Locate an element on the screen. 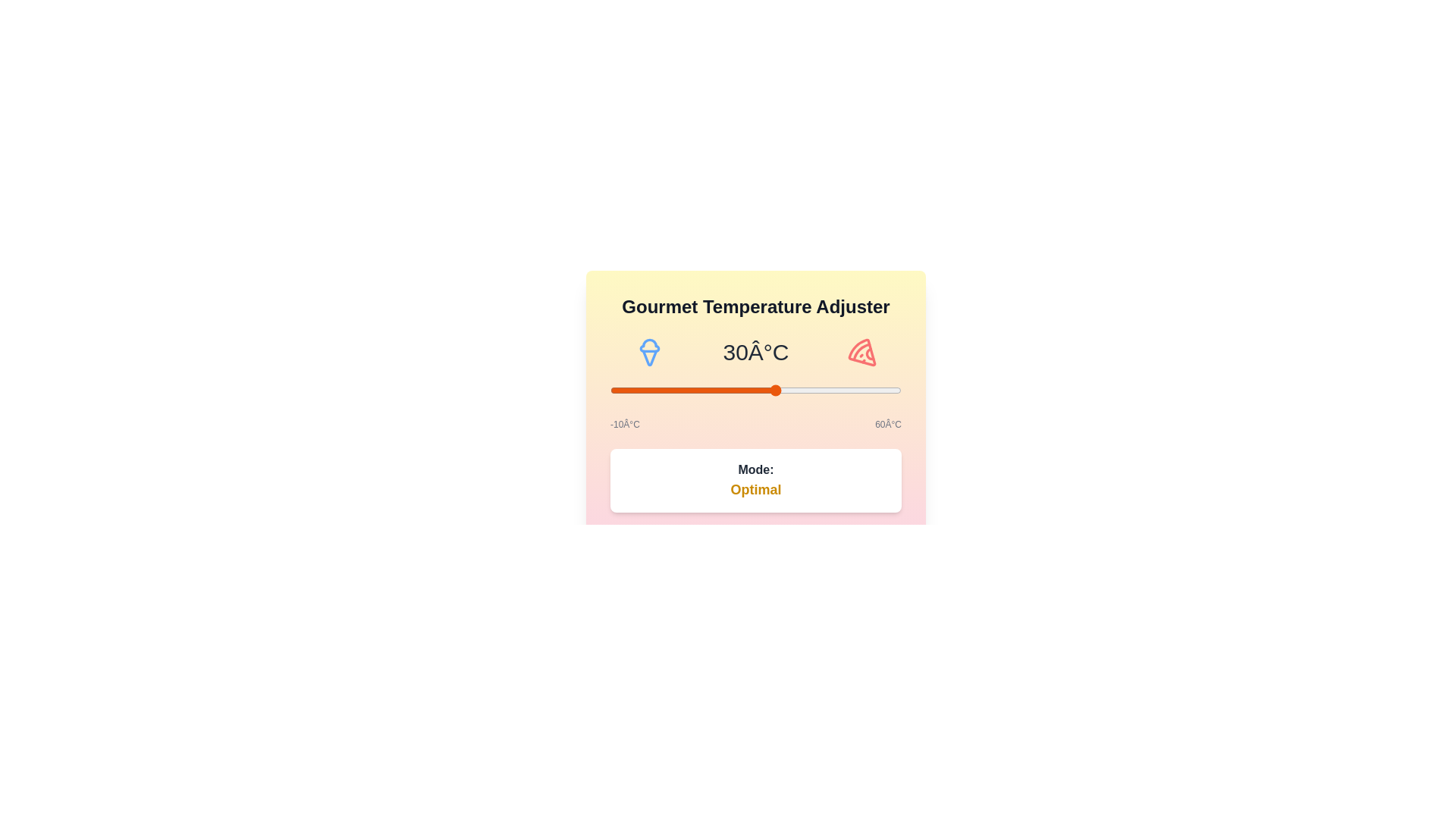 The image size is (1456, 819). the temperature to 6°C using the slider is located at coordinates (676, 390).